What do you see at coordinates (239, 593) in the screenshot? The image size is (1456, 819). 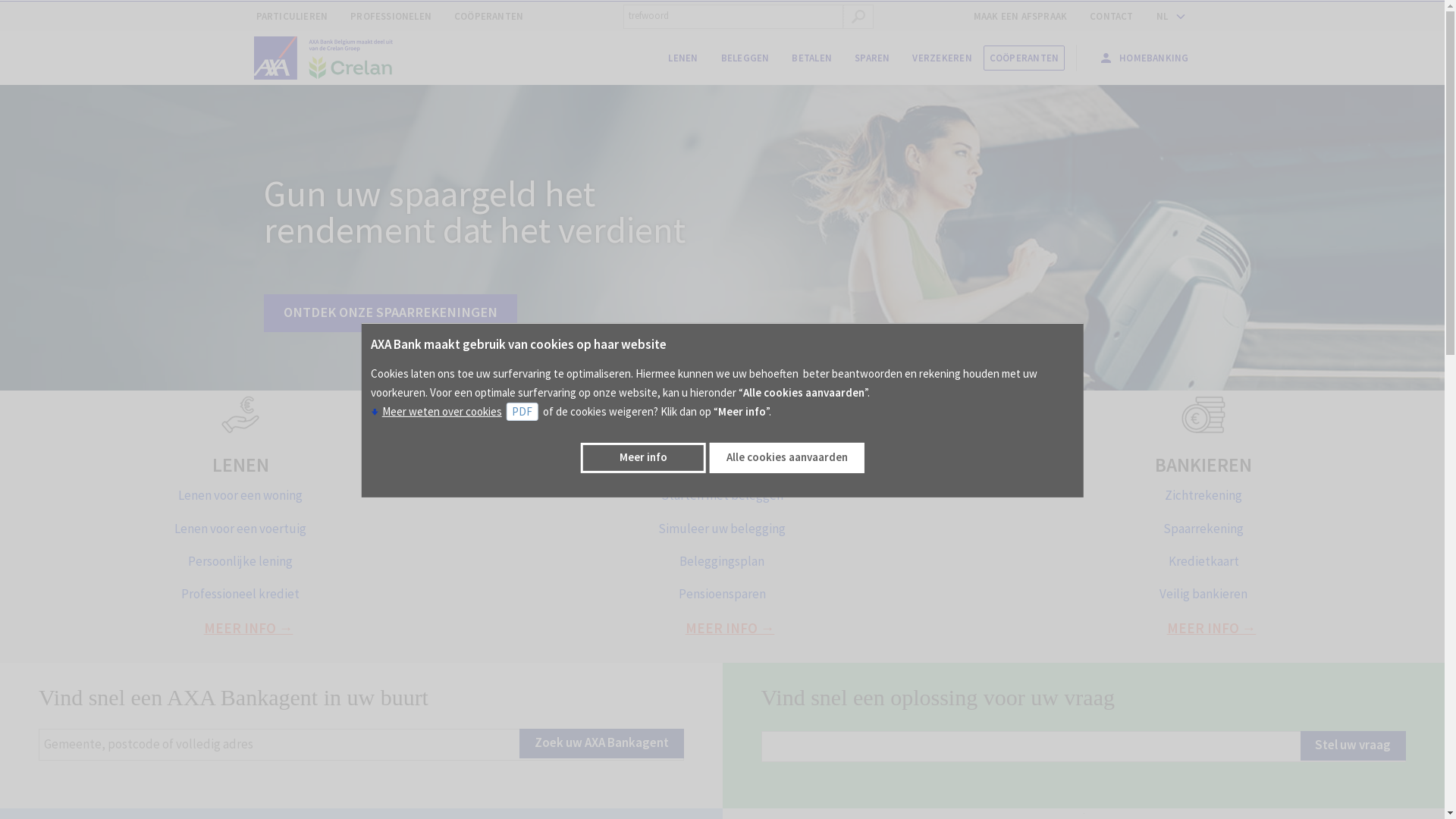 I see `'Professioneel krediet'` at bounding box center [239, 593].